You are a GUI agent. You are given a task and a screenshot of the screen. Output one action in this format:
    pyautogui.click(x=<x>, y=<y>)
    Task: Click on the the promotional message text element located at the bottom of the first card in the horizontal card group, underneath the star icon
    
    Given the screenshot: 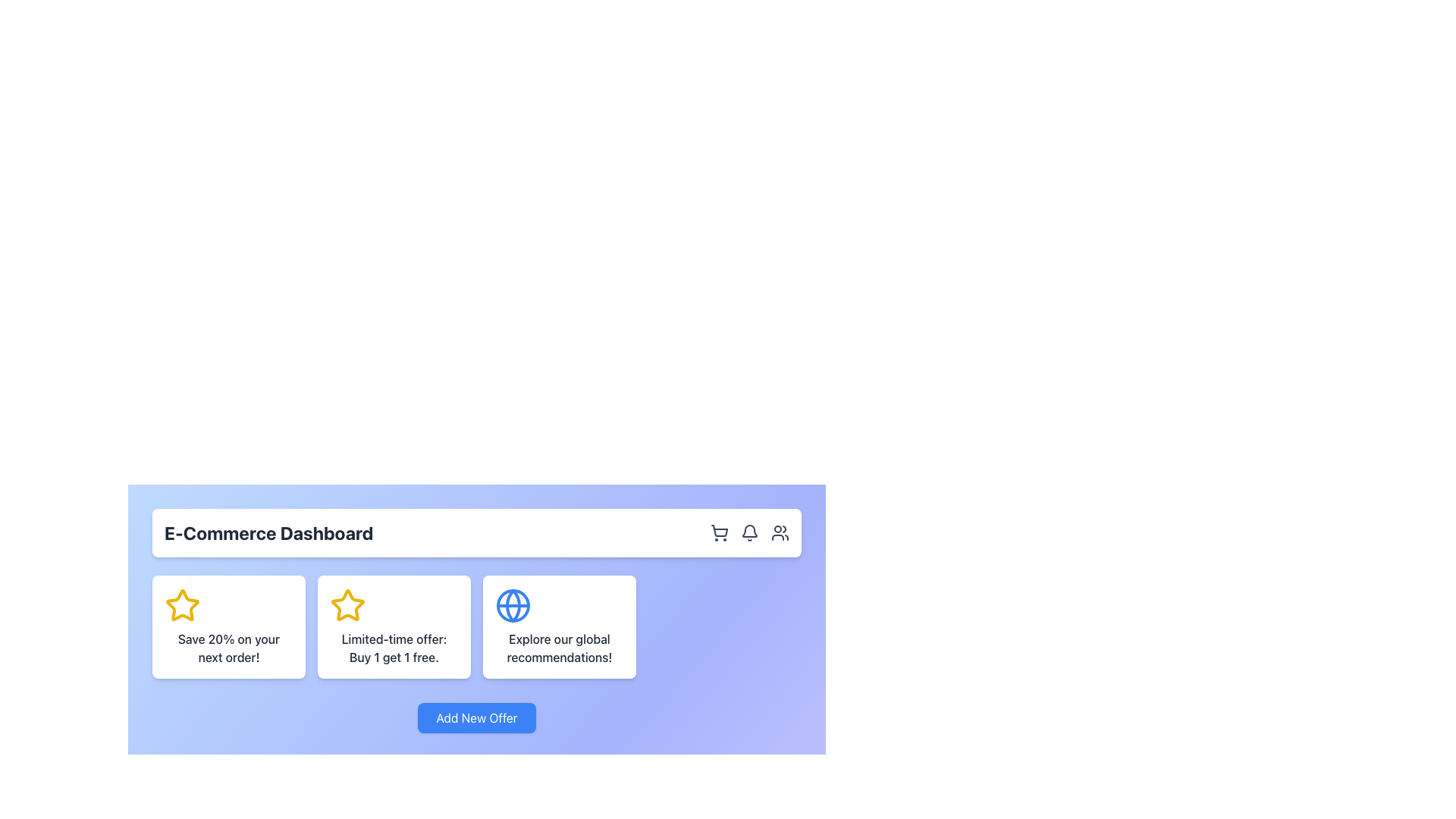 What is the action you would take?
    pyautogui.click(x=228, y=648)
    